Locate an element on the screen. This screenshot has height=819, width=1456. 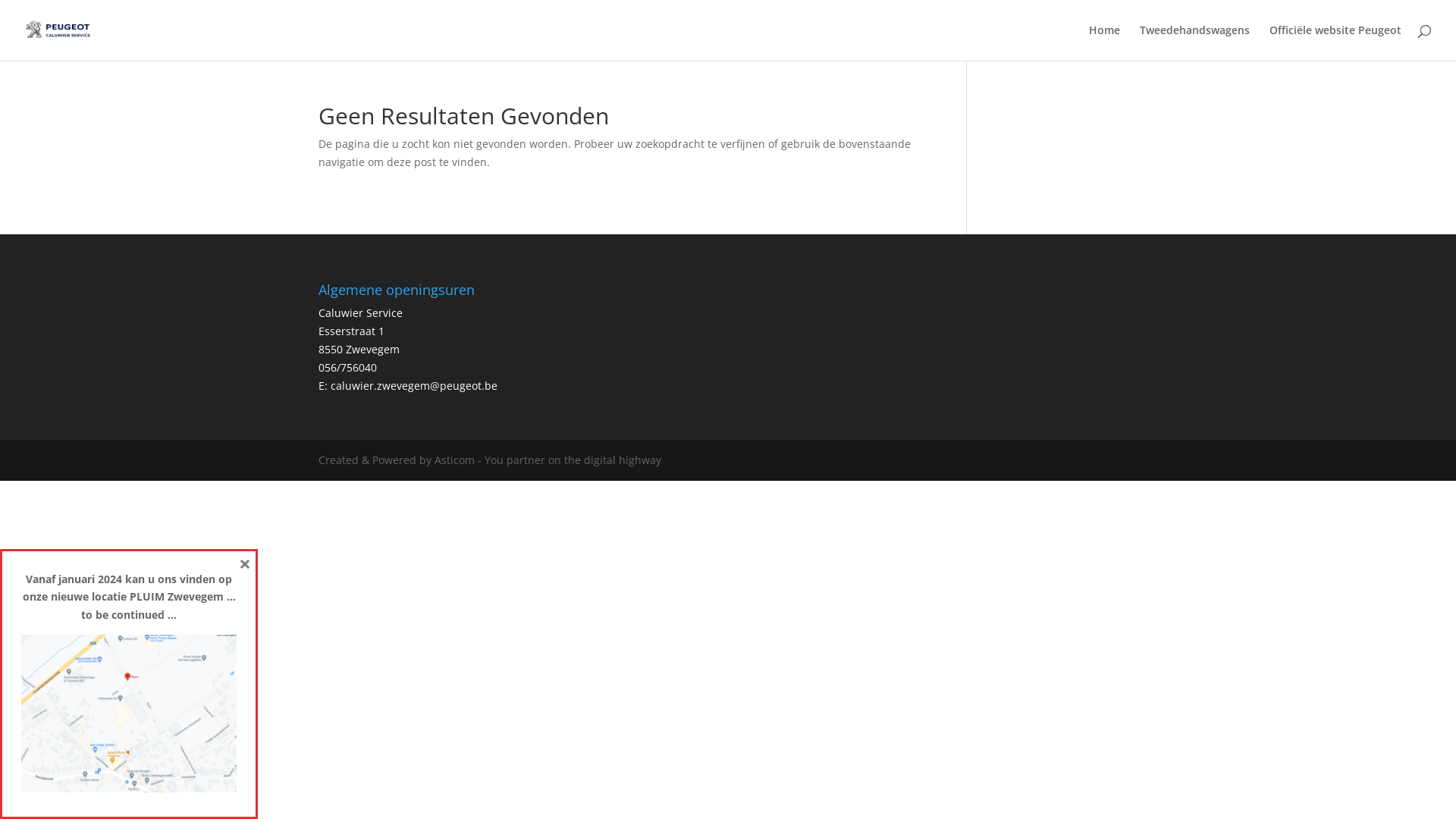
'Tweedehandswagens' is located at coordinates (1194, 42).